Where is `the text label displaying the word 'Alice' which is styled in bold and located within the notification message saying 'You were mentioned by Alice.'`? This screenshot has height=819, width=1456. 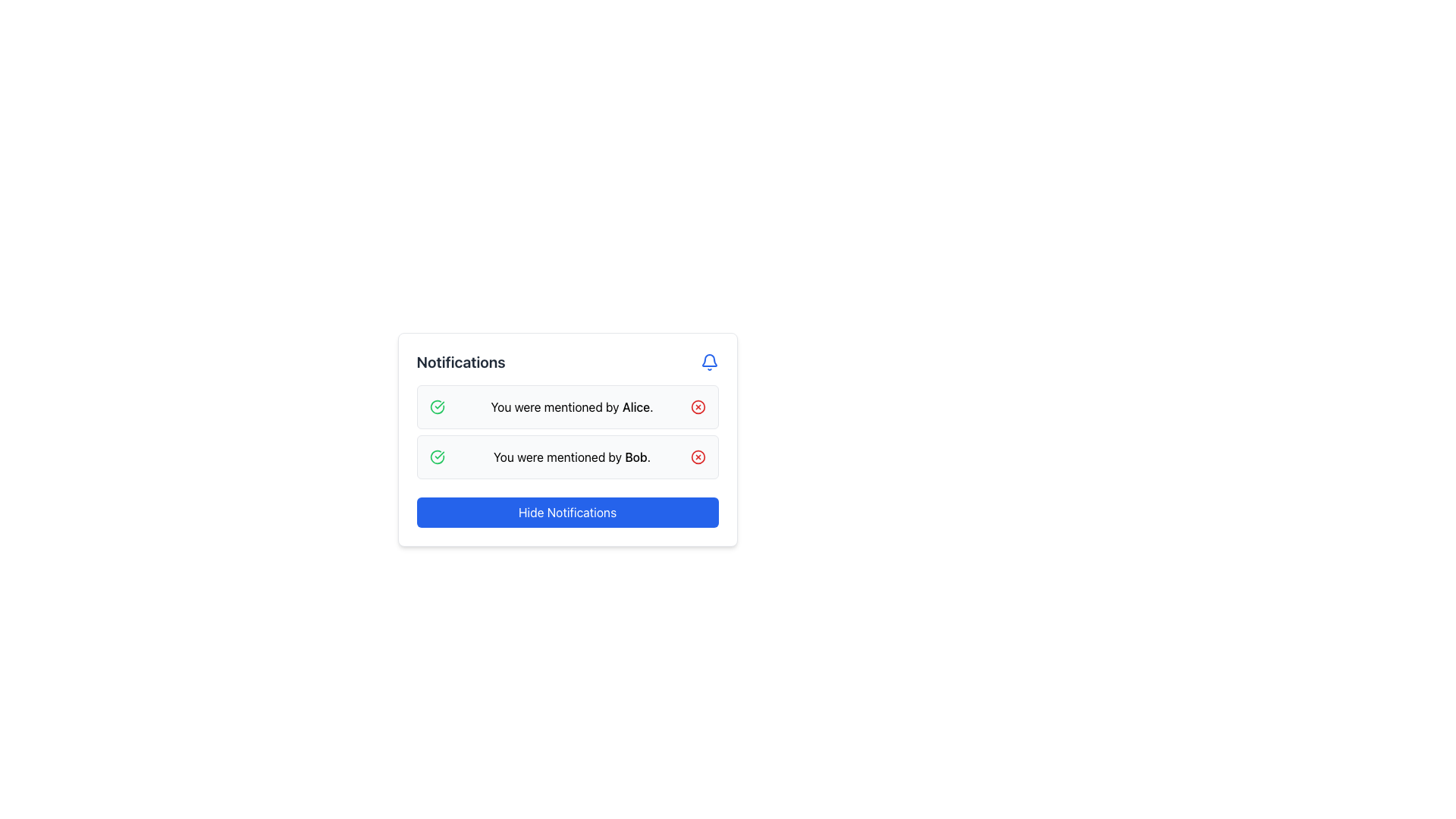
the text label displaying the word 'Alice' which is styled in bold and located within the notification message saying 'You were mentioned by Alice.' is located at coordinates (636, 406).